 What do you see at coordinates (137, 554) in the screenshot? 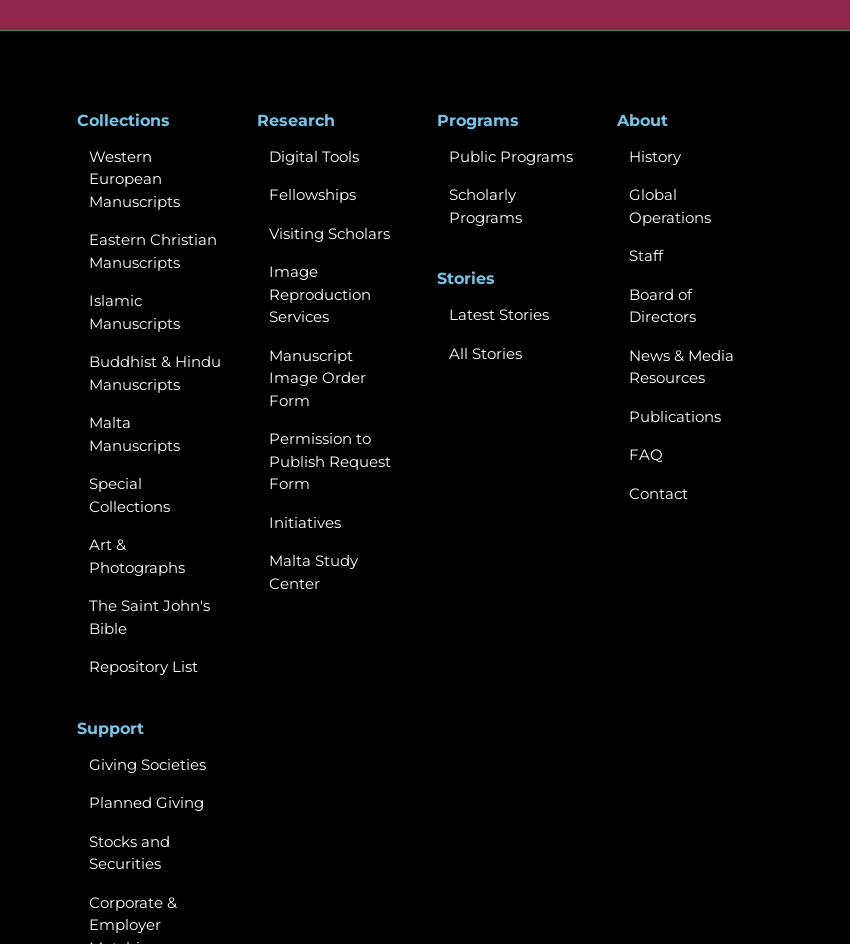
I see `'Art & Photographs'` at bounding box center [137, 554].